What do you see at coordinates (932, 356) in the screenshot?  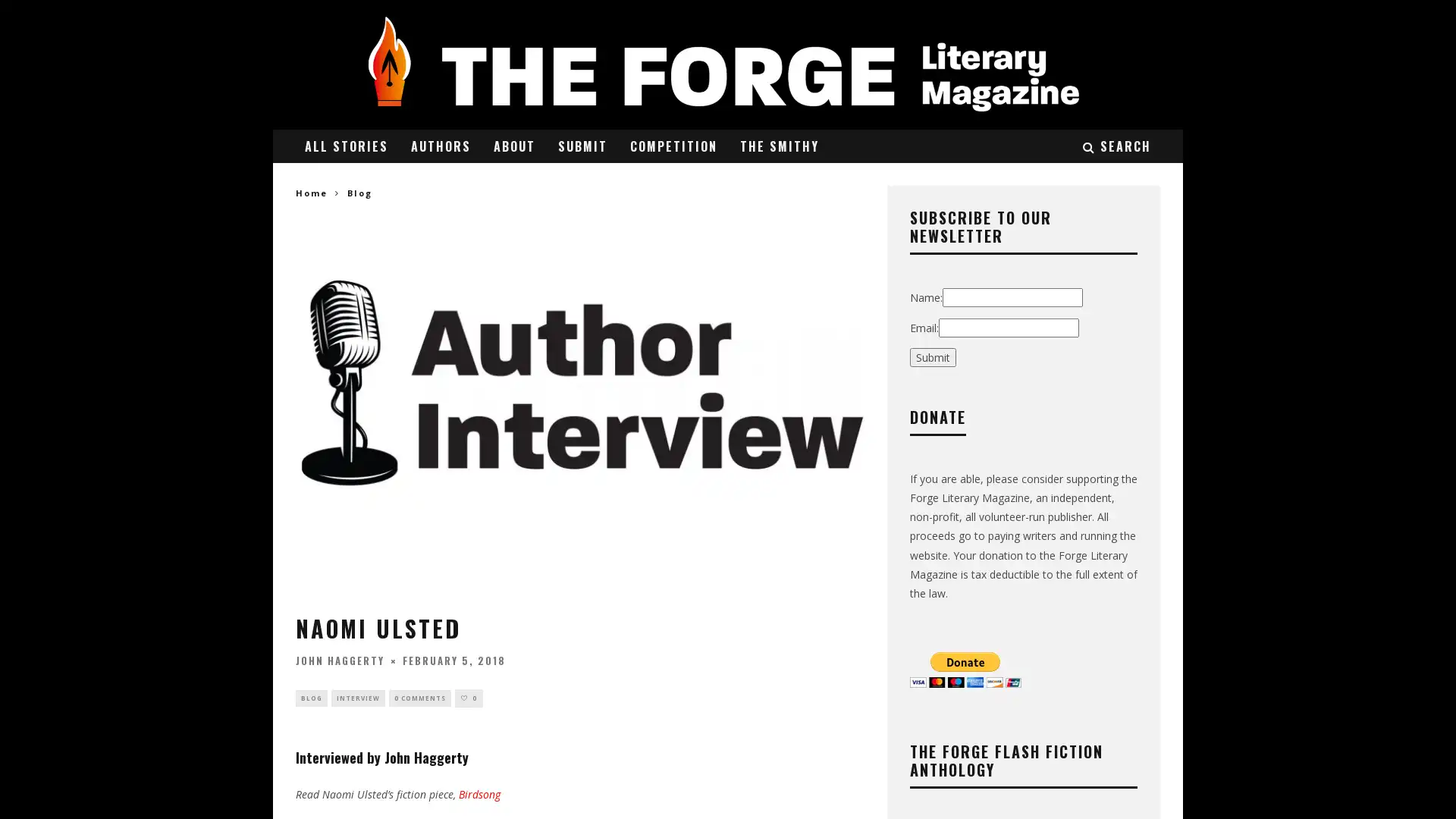 I see `Submit` at bounding box center [932, 356].